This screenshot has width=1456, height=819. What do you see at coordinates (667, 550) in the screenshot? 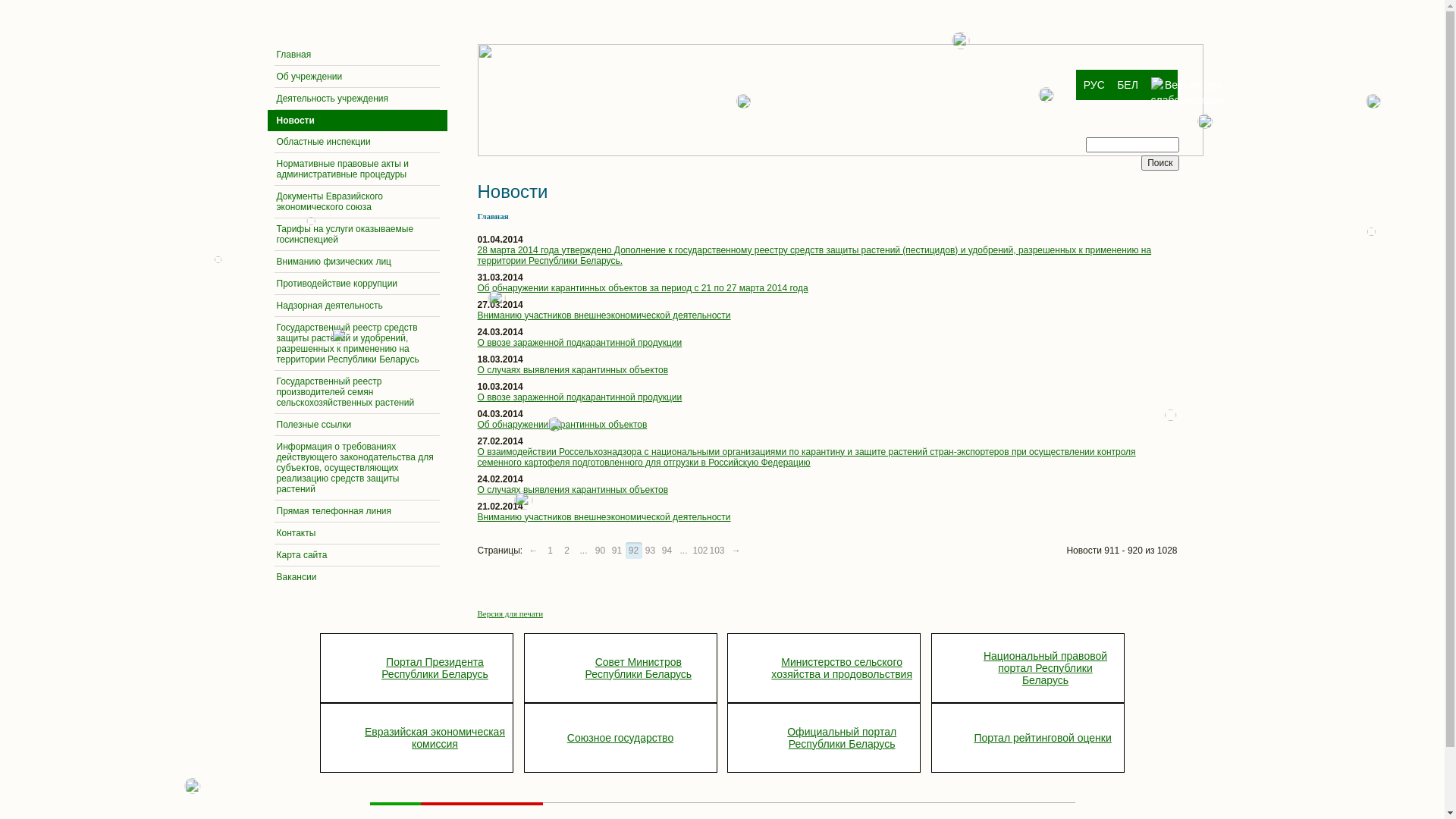
I see `'94'` at bounding box center [667, 550].